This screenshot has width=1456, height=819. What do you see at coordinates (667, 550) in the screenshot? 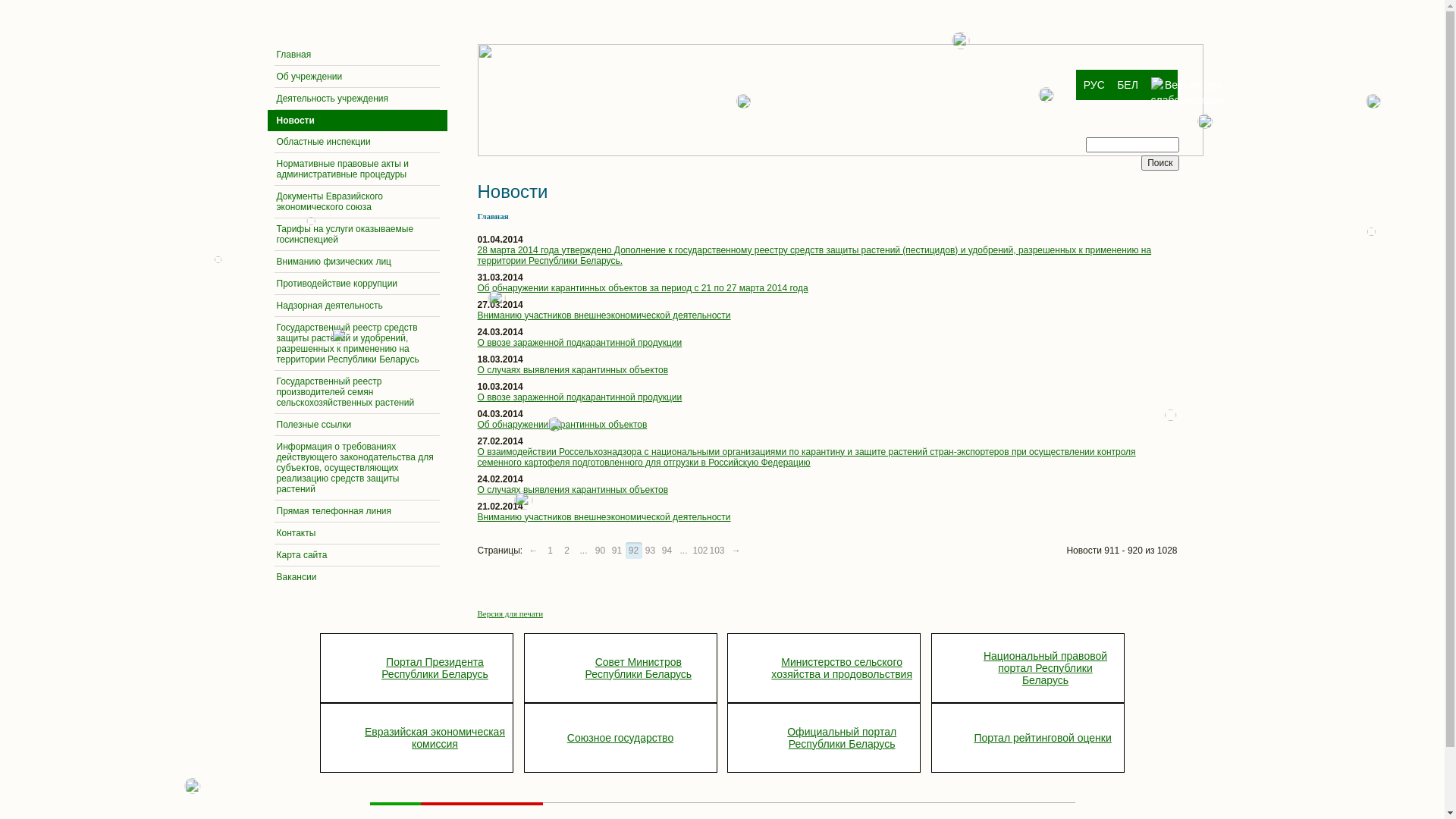
I see `'94'` at bounding box center [667, 550].